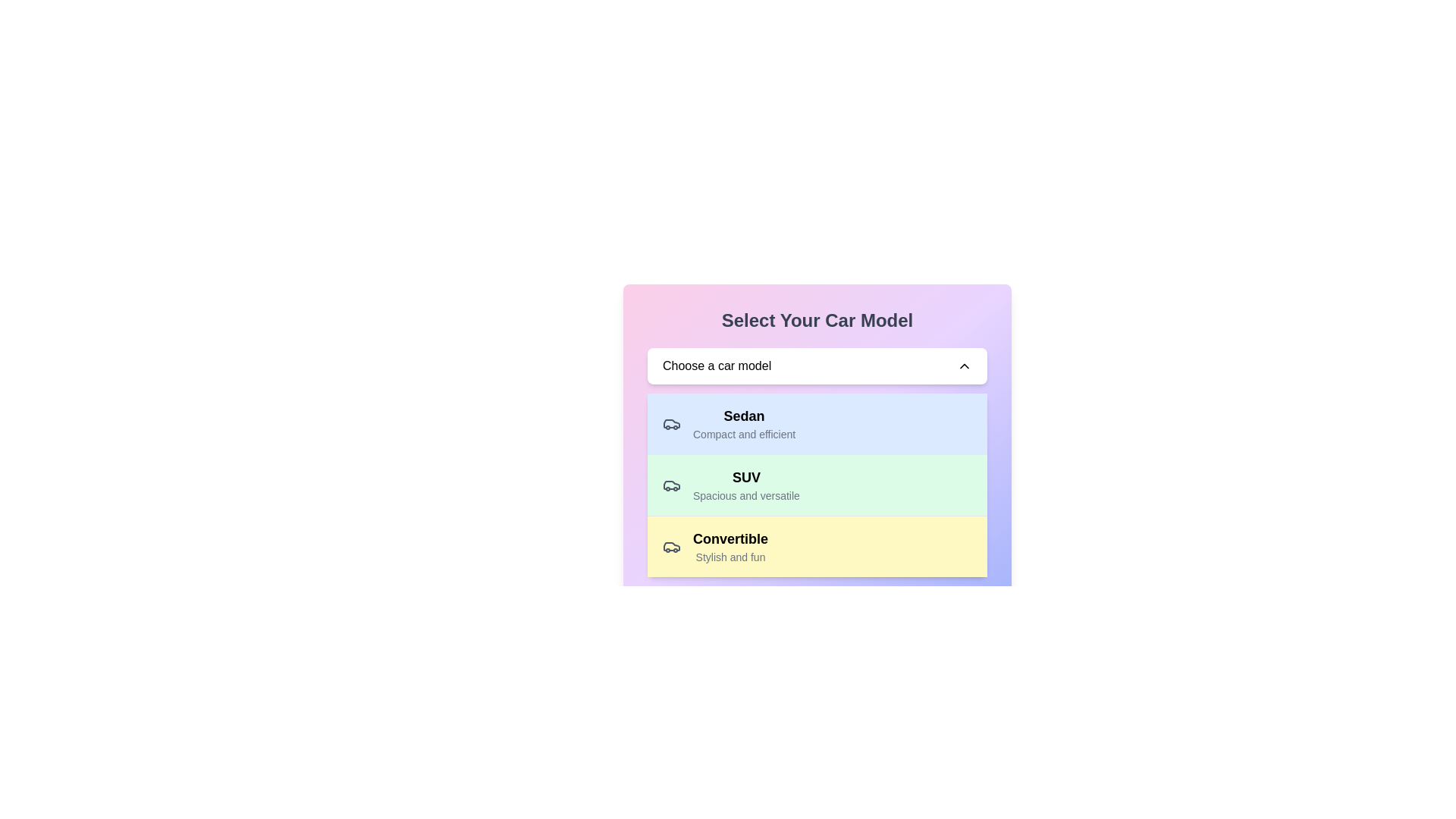  I want to click on the list item labeled 'Convertible' with a pale yellow background, so click(817, 546).